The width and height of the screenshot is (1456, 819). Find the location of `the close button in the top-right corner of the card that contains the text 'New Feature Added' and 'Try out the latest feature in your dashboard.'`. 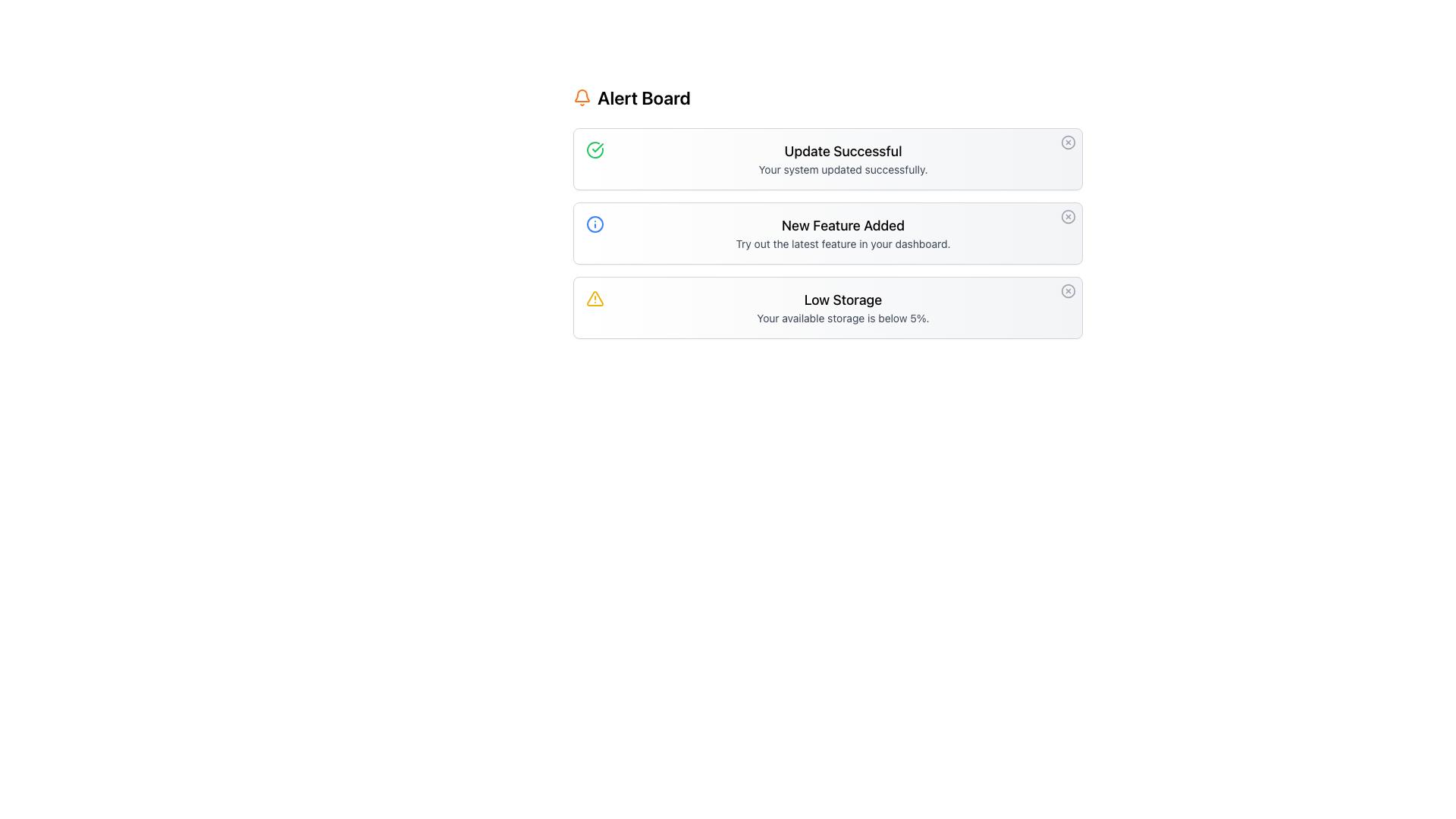

the close button in the top-right corner of the card that contains the text 'New Feature Added' and 'Try out the latest feature in your dashboard.' is located at coordinates (1068, 216).